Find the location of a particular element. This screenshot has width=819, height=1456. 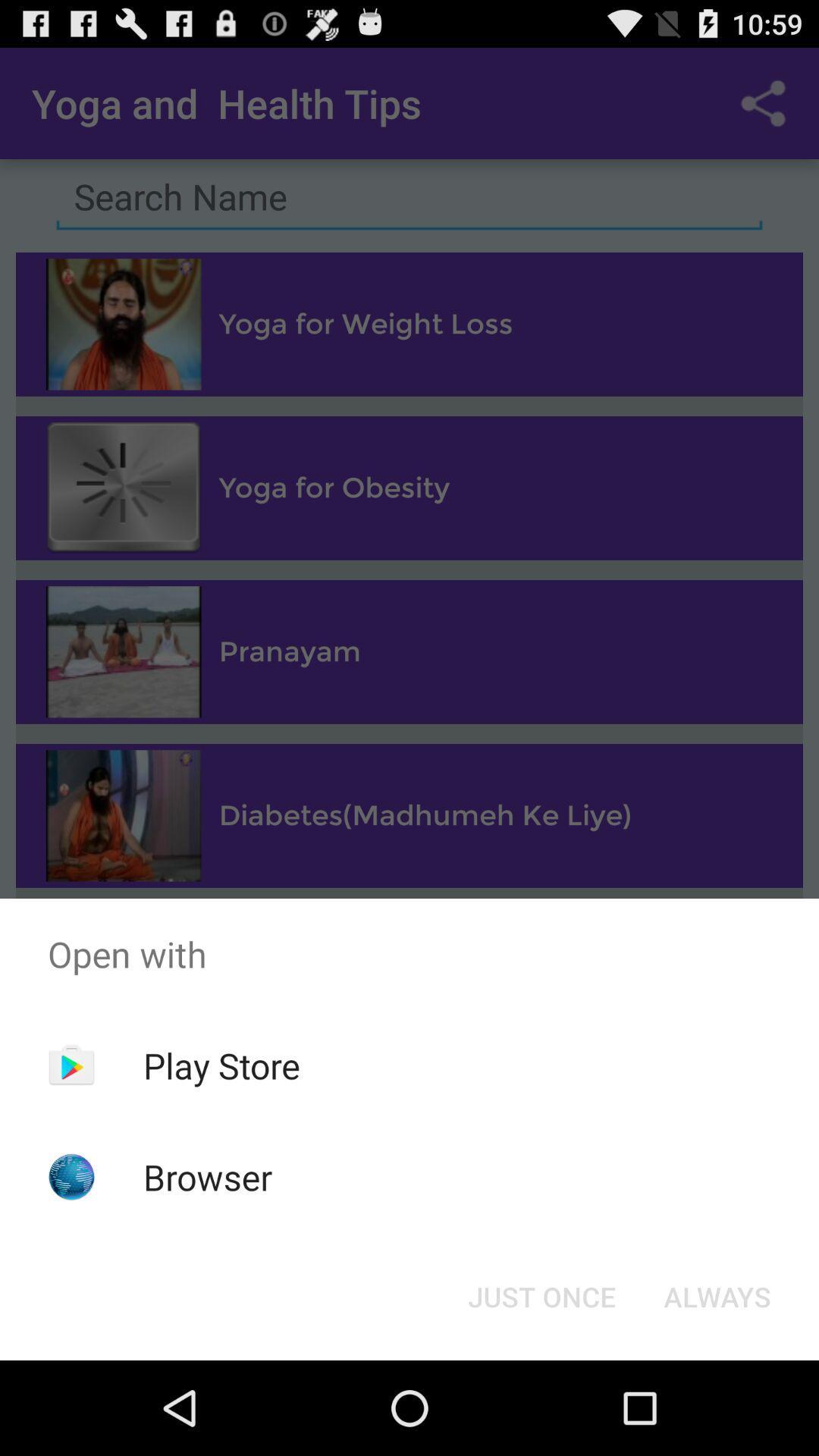

just once icon is located at coordinates (541, 1295).